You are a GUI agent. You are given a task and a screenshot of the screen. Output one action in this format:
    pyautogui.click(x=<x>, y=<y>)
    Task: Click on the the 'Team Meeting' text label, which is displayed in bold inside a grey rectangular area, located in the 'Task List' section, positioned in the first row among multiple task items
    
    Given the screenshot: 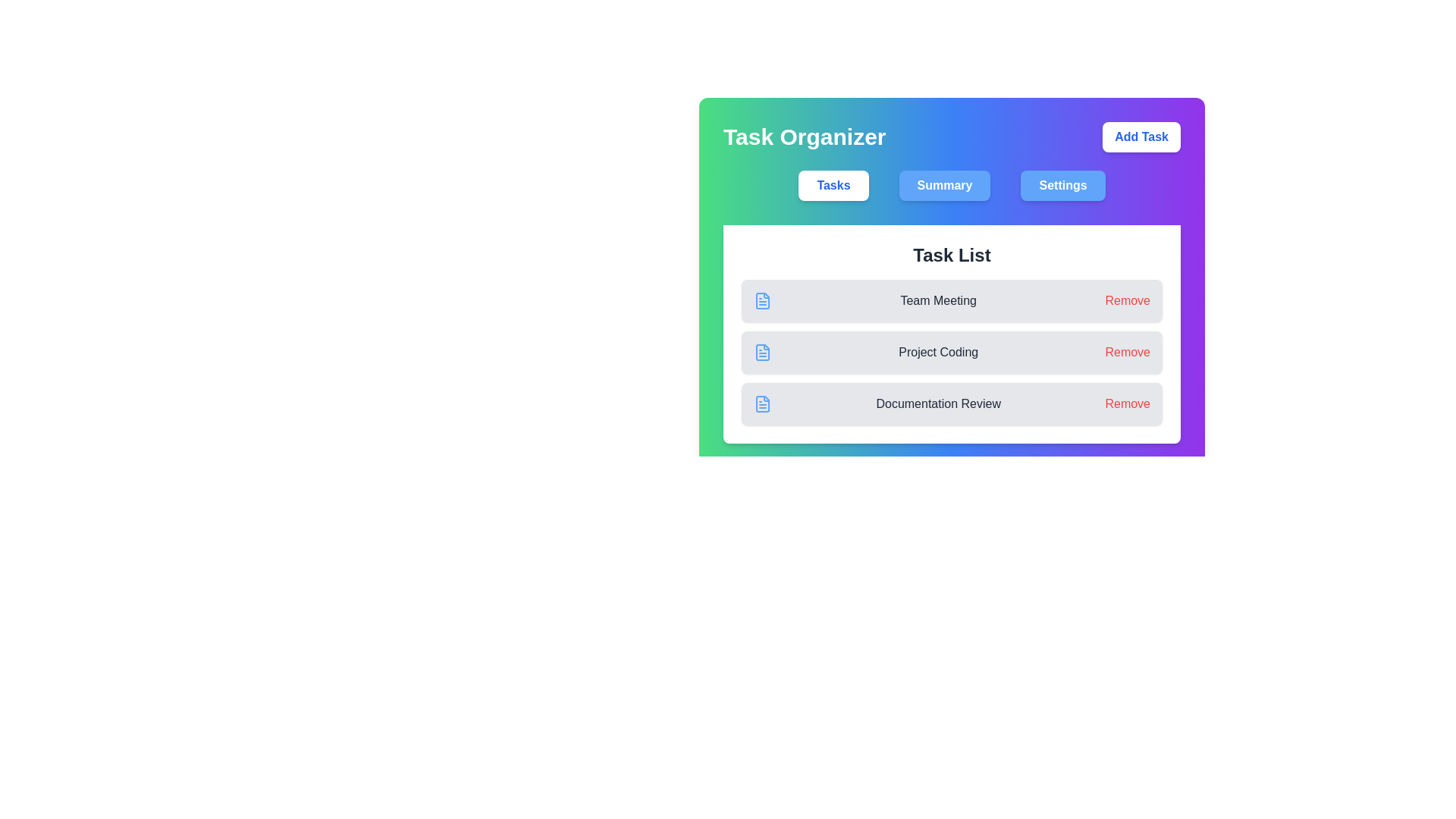 What is the action you would take?
    pyautogui.click(x=937, y=301)
    